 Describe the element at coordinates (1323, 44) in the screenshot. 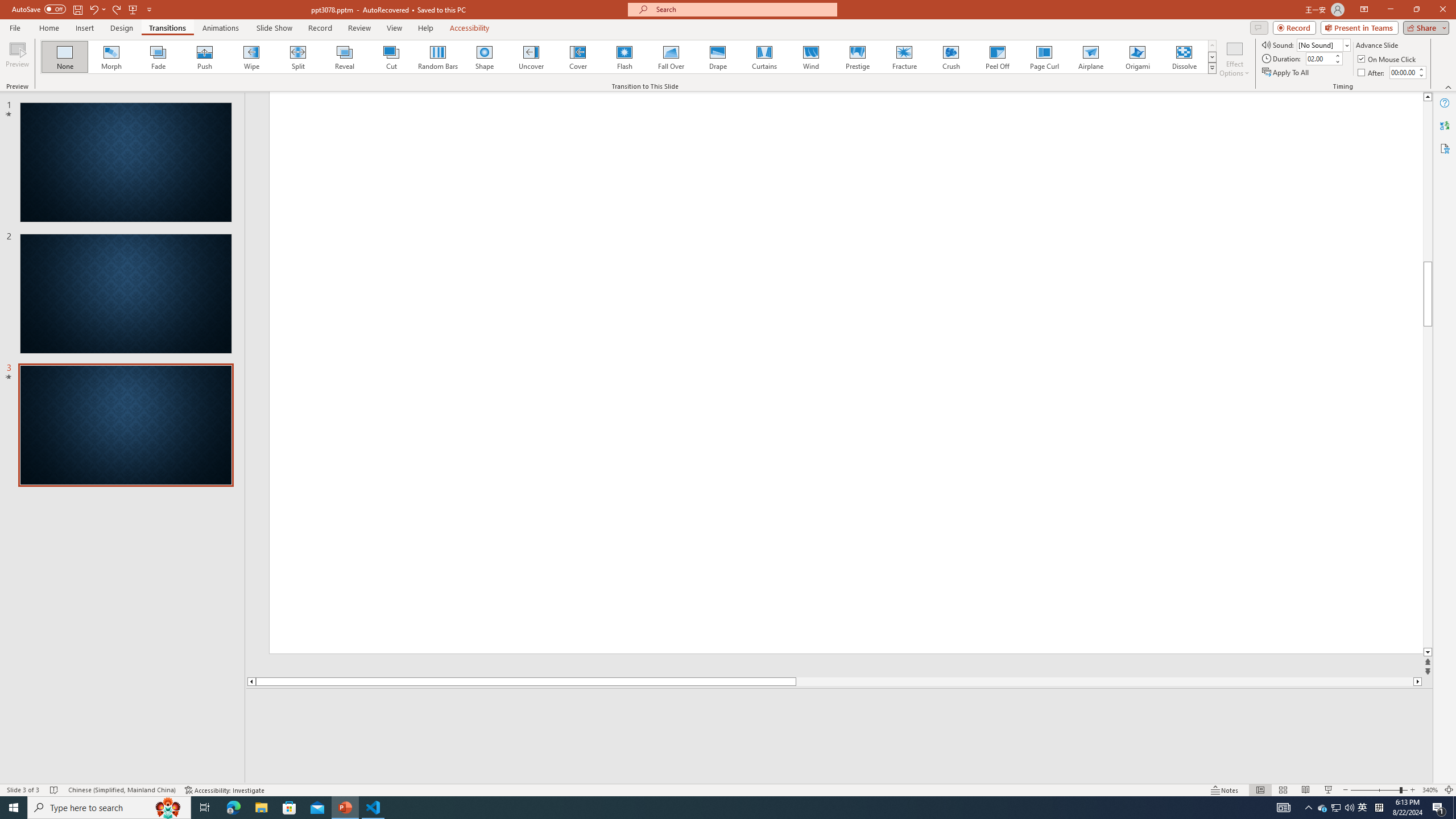

I see `'Sound'` at that location.